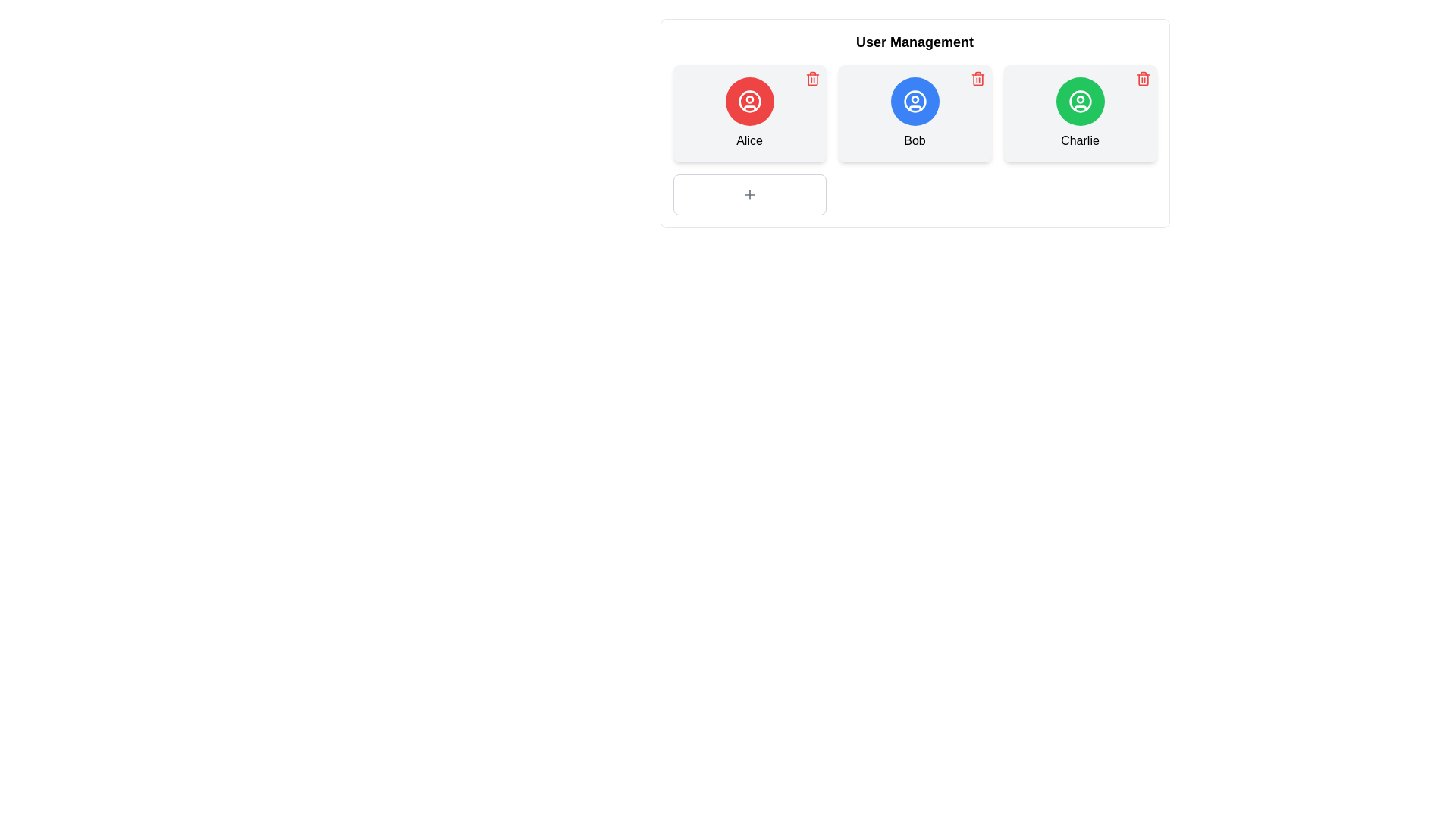 The height and width of the screenshot is (819, 1456). Describe the element at coordinates (749, 102) in the screenshot. I see `the user profile icon representing 'Alice' located on the leftmost side of the row of user icons` at that location.